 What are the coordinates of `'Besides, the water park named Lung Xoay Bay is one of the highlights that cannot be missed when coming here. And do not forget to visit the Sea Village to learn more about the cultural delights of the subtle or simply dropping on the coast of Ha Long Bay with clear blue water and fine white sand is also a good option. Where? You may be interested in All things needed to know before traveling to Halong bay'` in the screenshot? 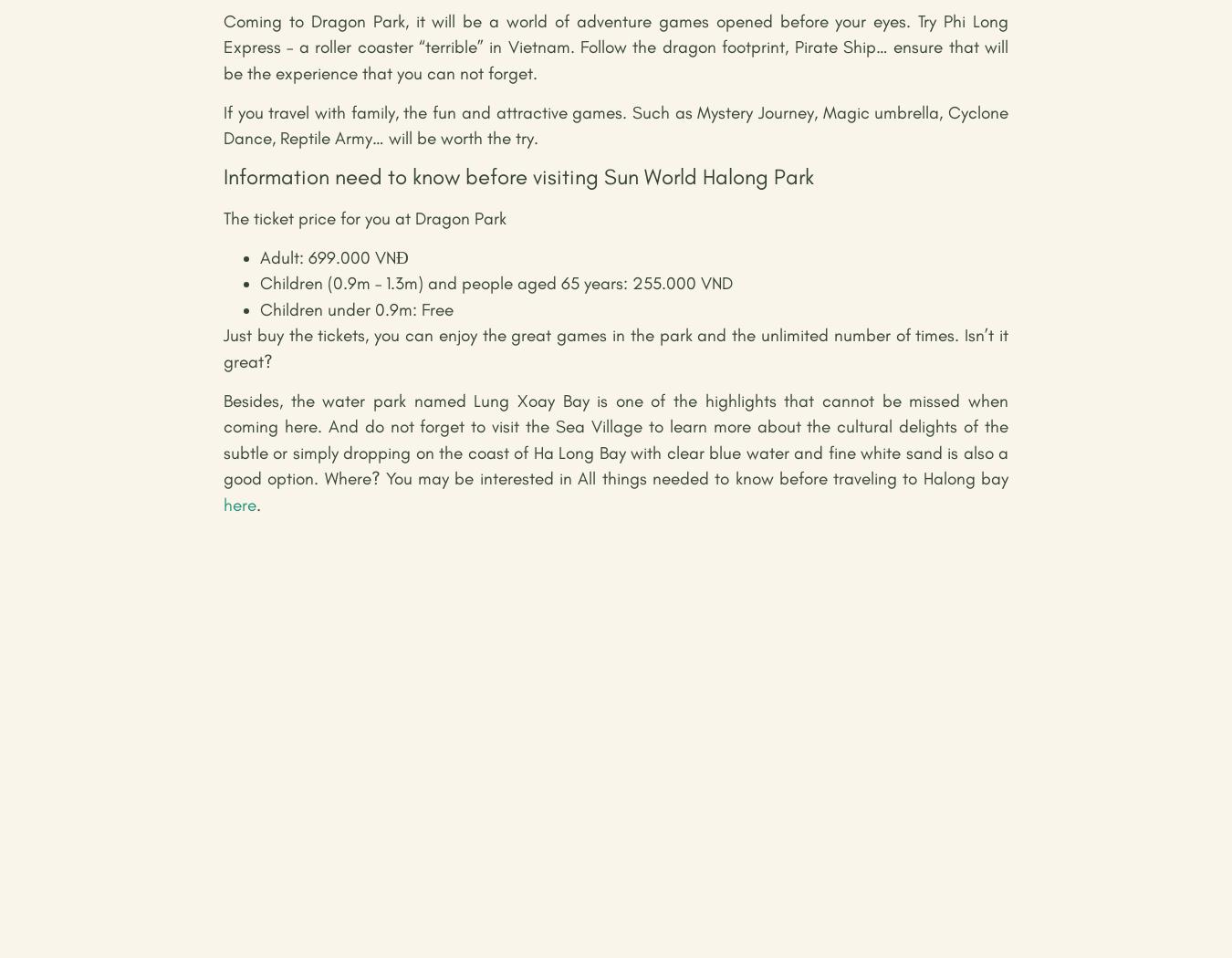 It's located at (616, 439).